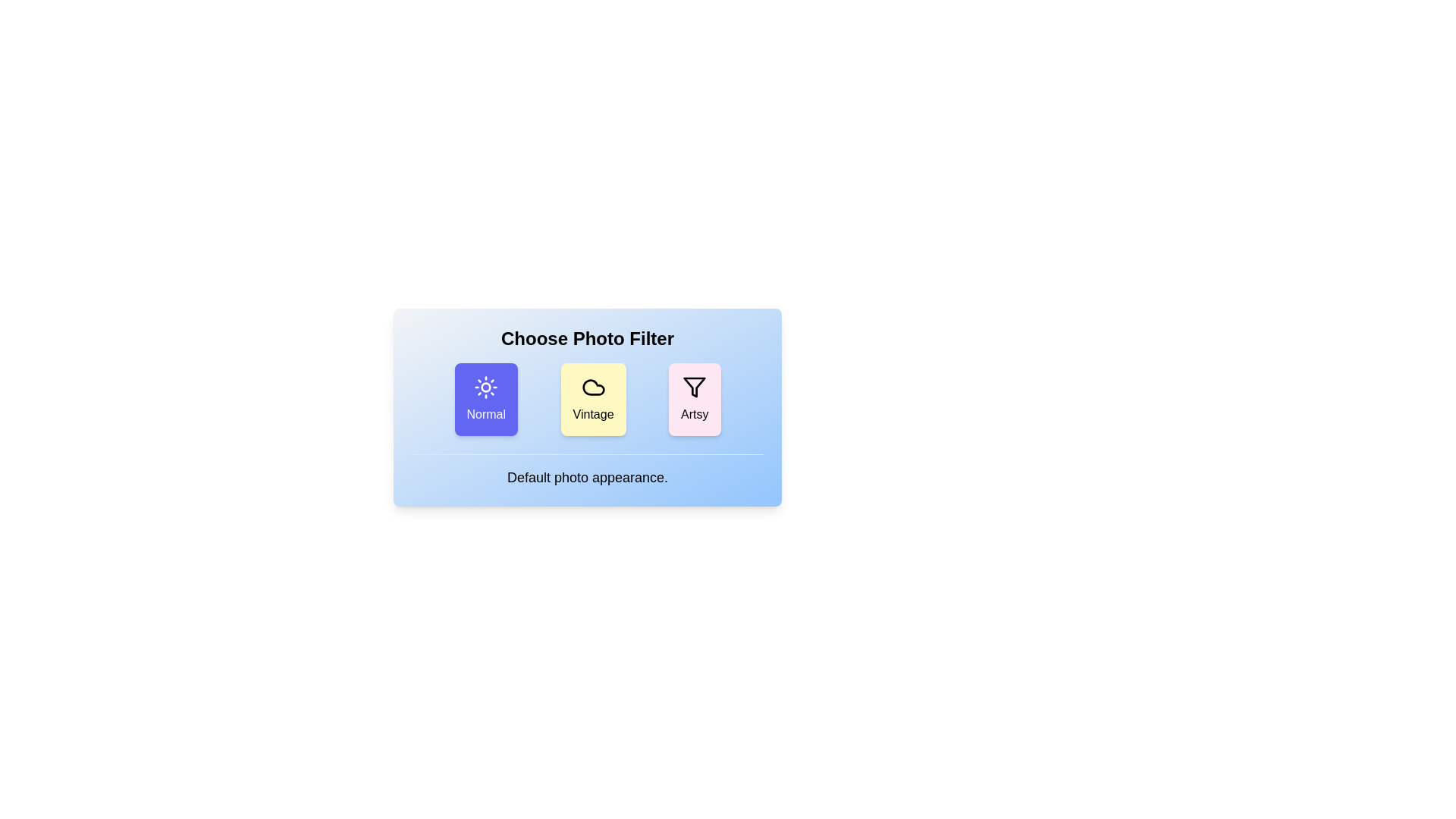  I want to click on the filter Vintage by clicking on its corresponding button, so click(592, 399).